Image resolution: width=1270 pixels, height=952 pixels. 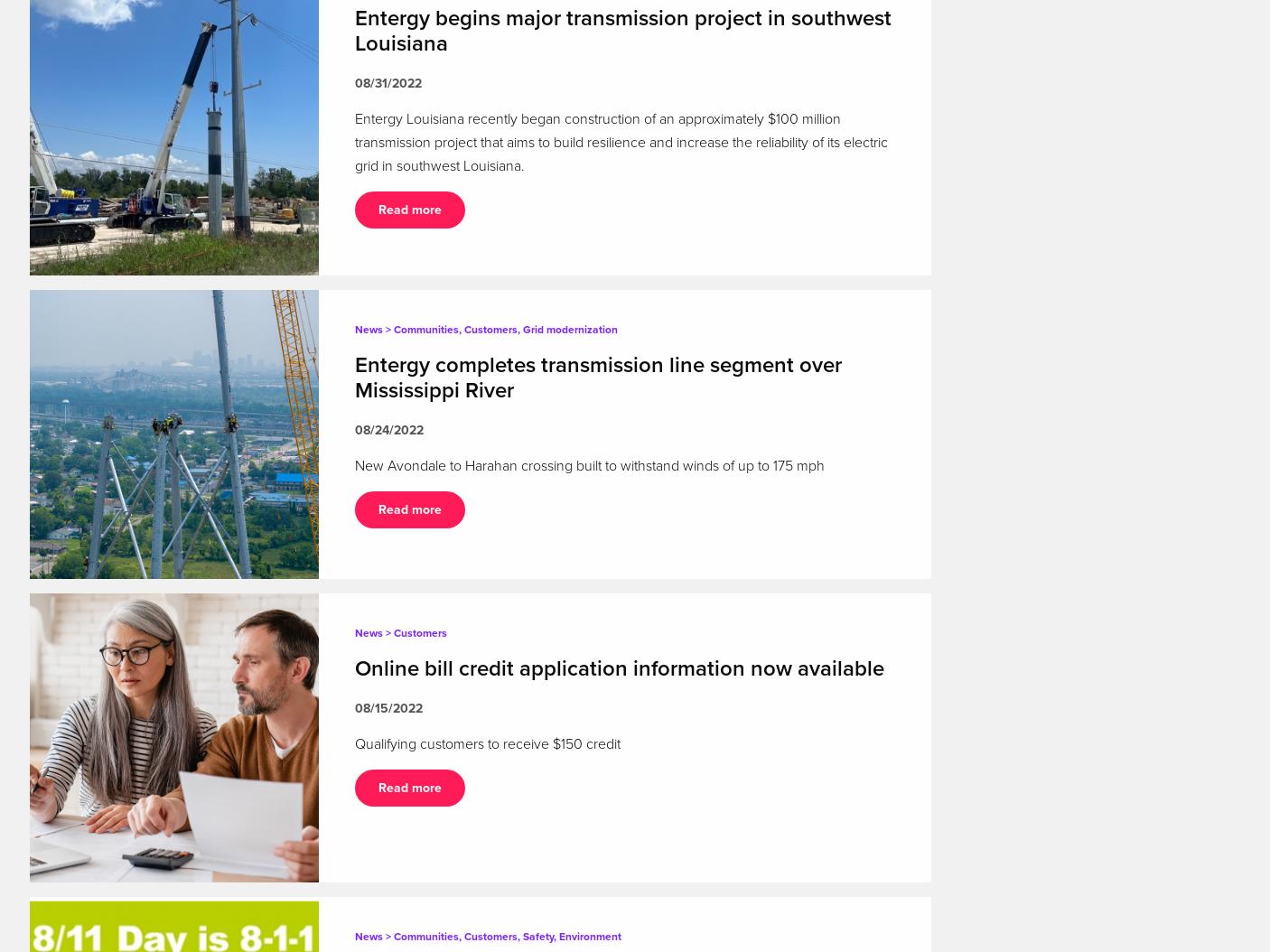 What do you see at coordinates (623, 31) in the screenshot?
I see `'Entergy begins major transmission project in southwest Louisiana'` at bounding box center [623, 31].